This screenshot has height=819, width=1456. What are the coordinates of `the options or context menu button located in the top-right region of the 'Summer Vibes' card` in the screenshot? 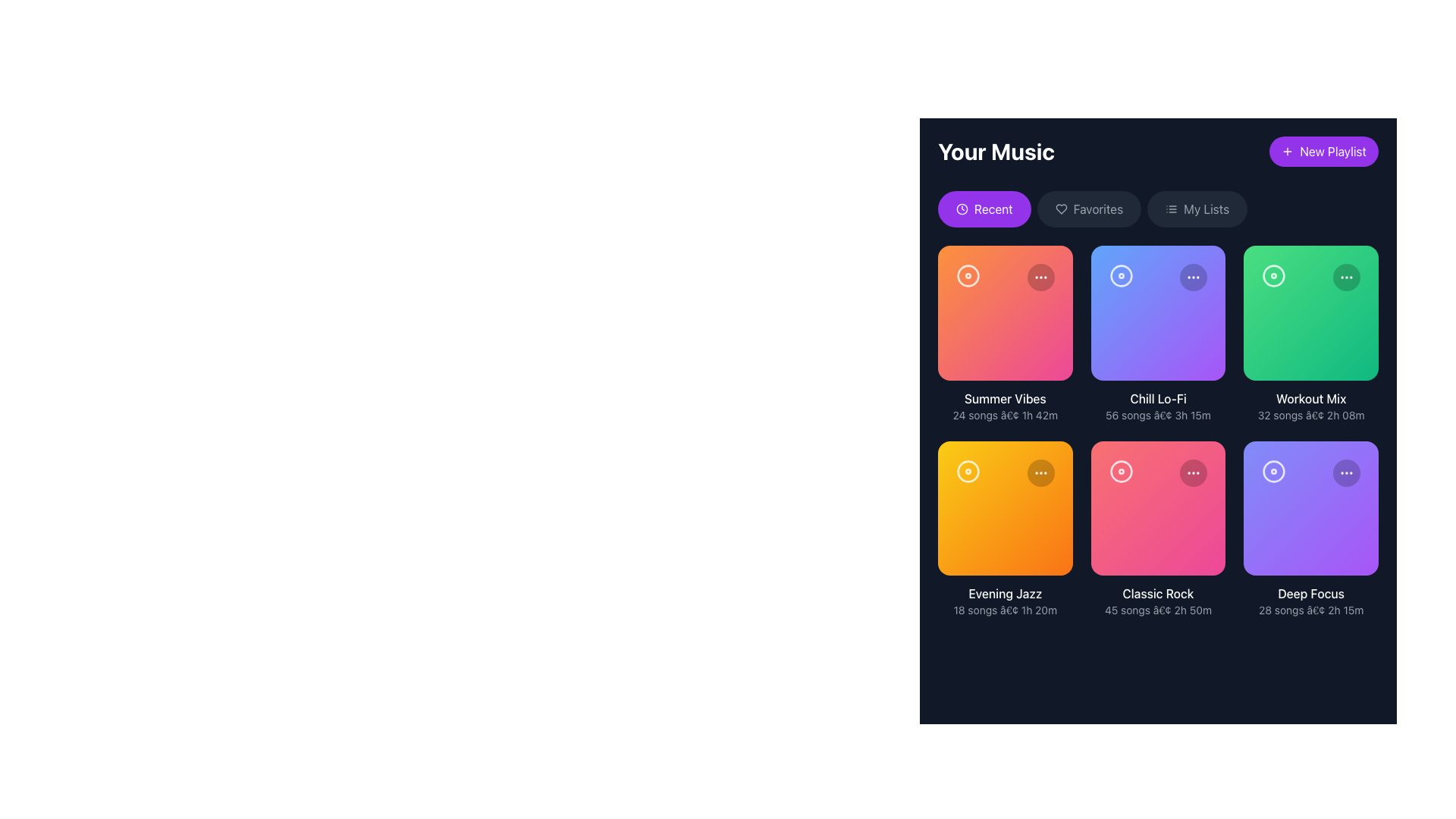 It's located at (1040, 278).